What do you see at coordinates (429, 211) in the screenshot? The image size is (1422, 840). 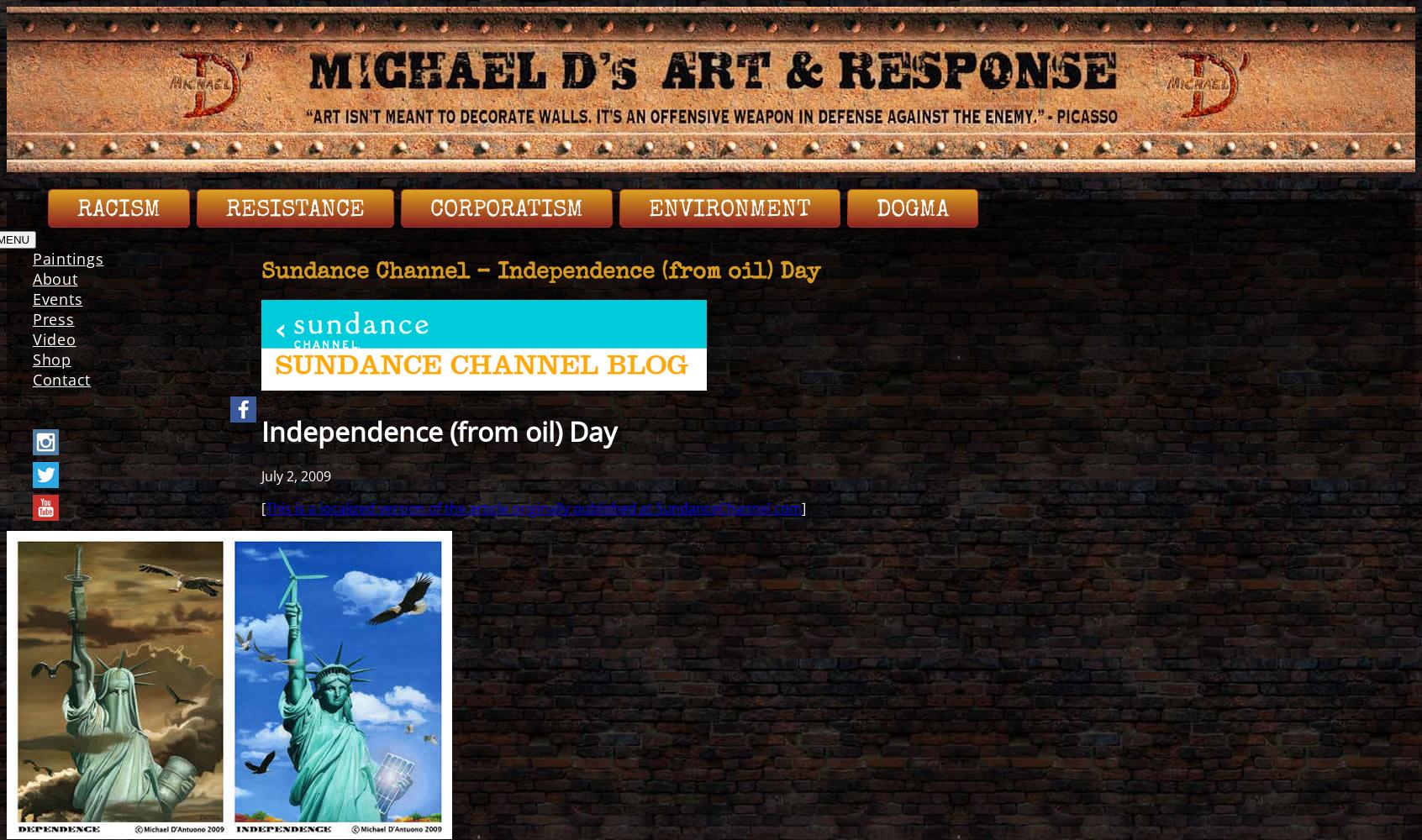 I see `'Corporatism'` at bounding box center [429, 211].